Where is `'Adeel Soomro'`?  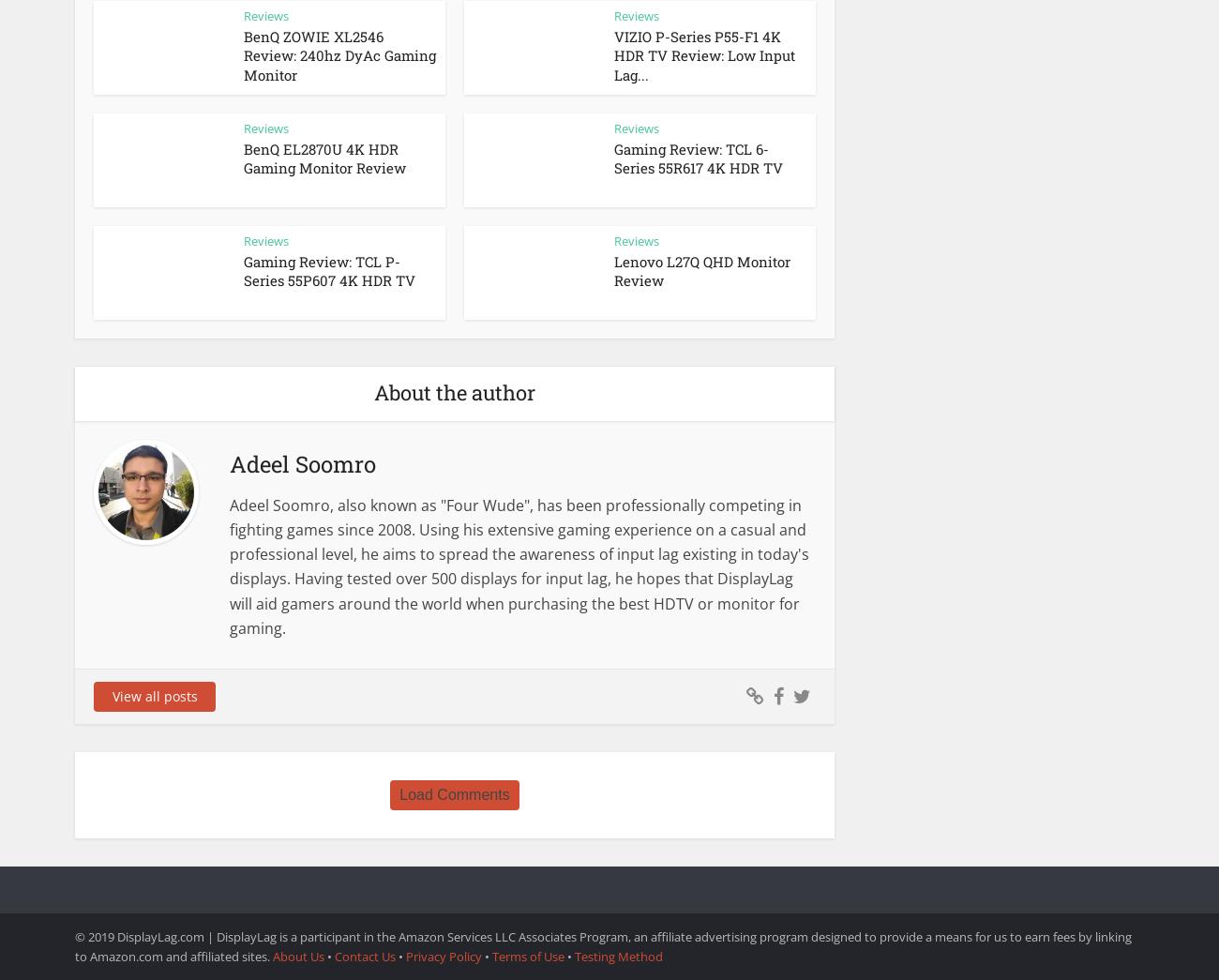
'Adeel Soomro' is located at coordinates (303, 463).